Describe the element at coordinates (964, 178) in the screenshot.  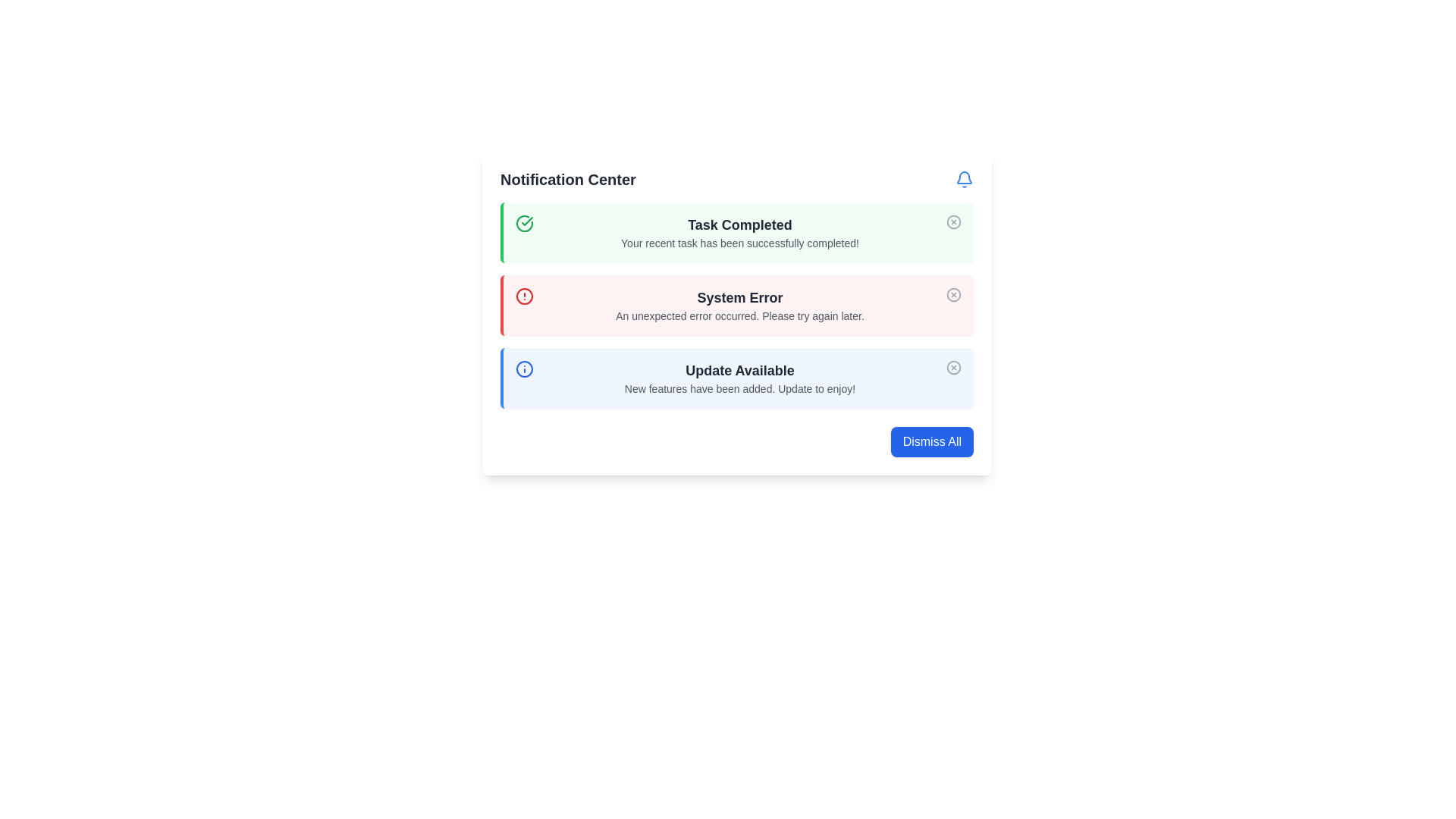
I see `the bell icon in the top-right corner of the Notification Center, which indicates notifications or alerts` at that location.